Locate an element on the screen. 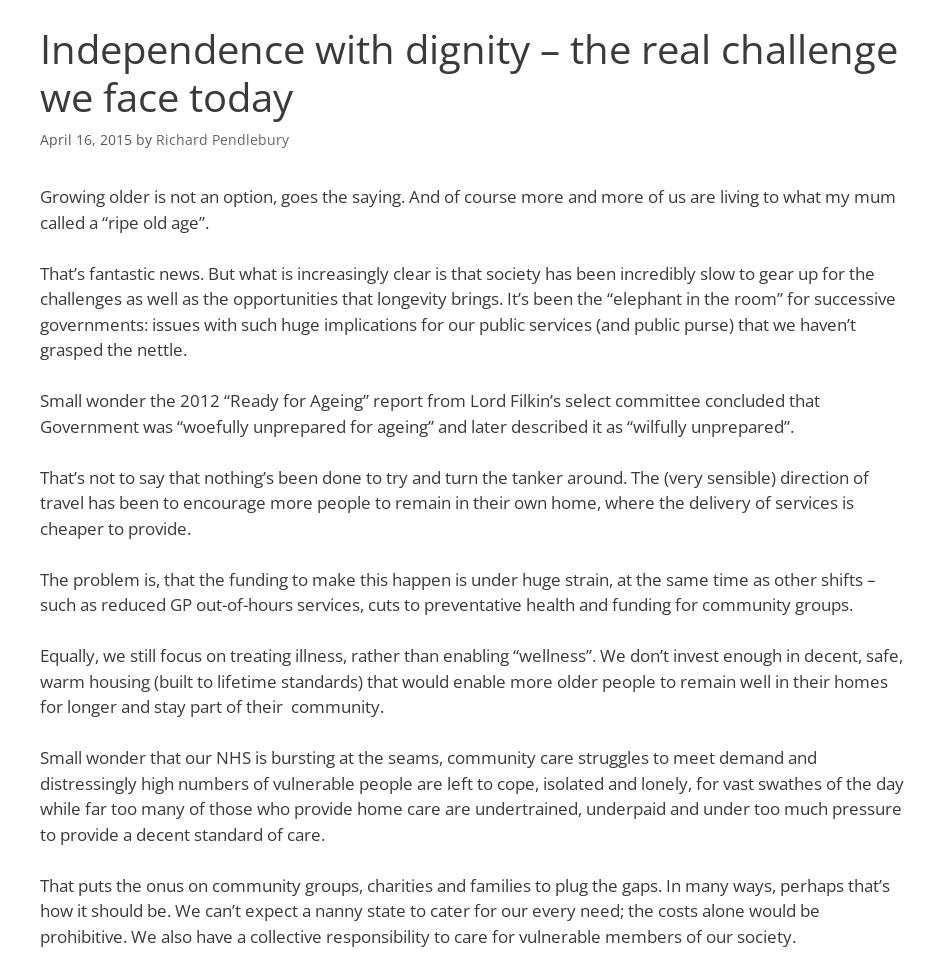 The width and height of the screenshot is (950, 955). 'Richard Pendlebury' is located at coordinates (155, 137).